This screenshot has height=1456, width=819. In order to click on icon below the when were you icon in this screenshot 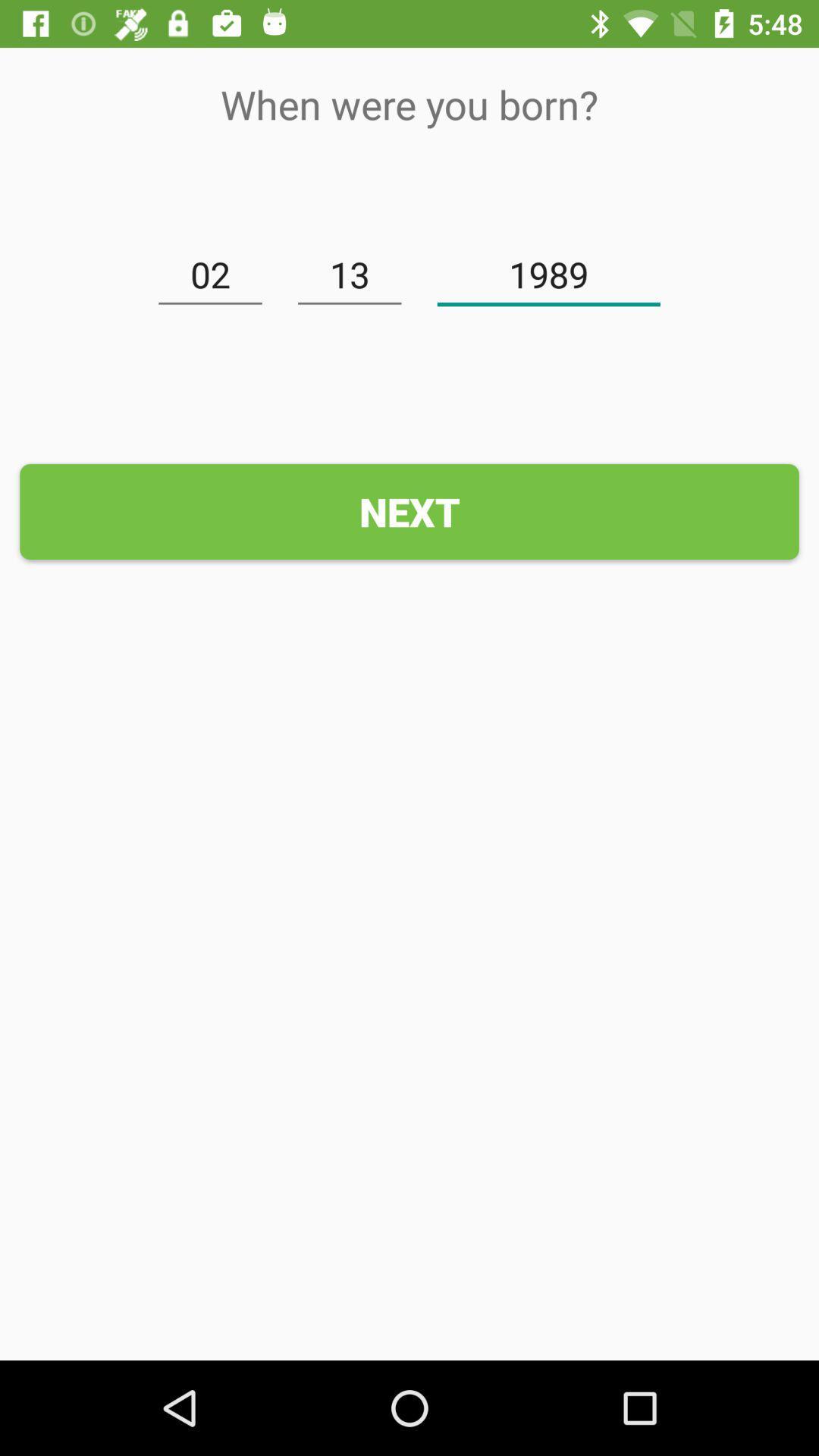, I will do `click(210, 275)`.